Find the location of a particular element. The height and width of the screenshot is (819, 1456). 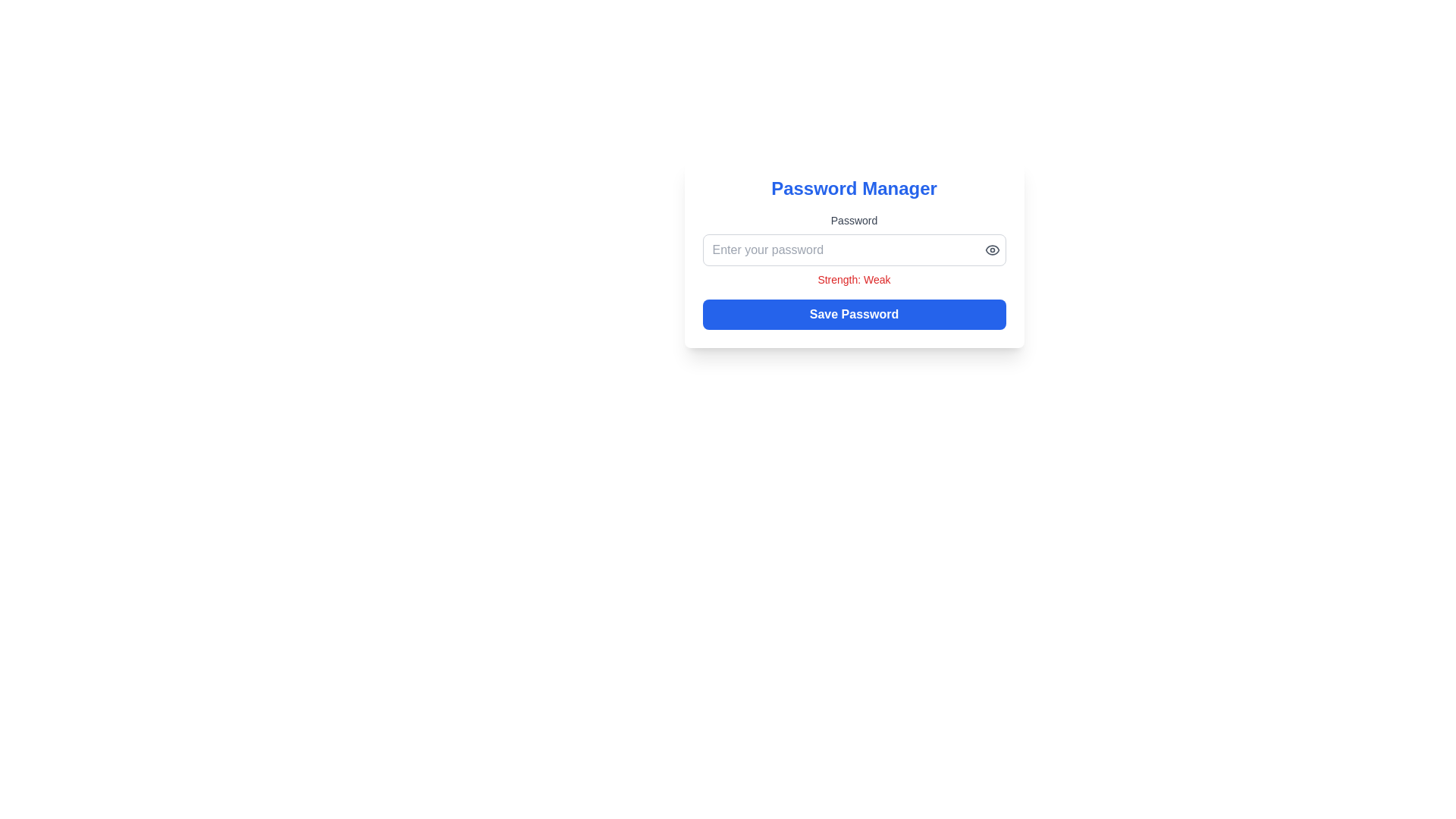

the SVG icon representing an eye is located at coordinates (992, 249).